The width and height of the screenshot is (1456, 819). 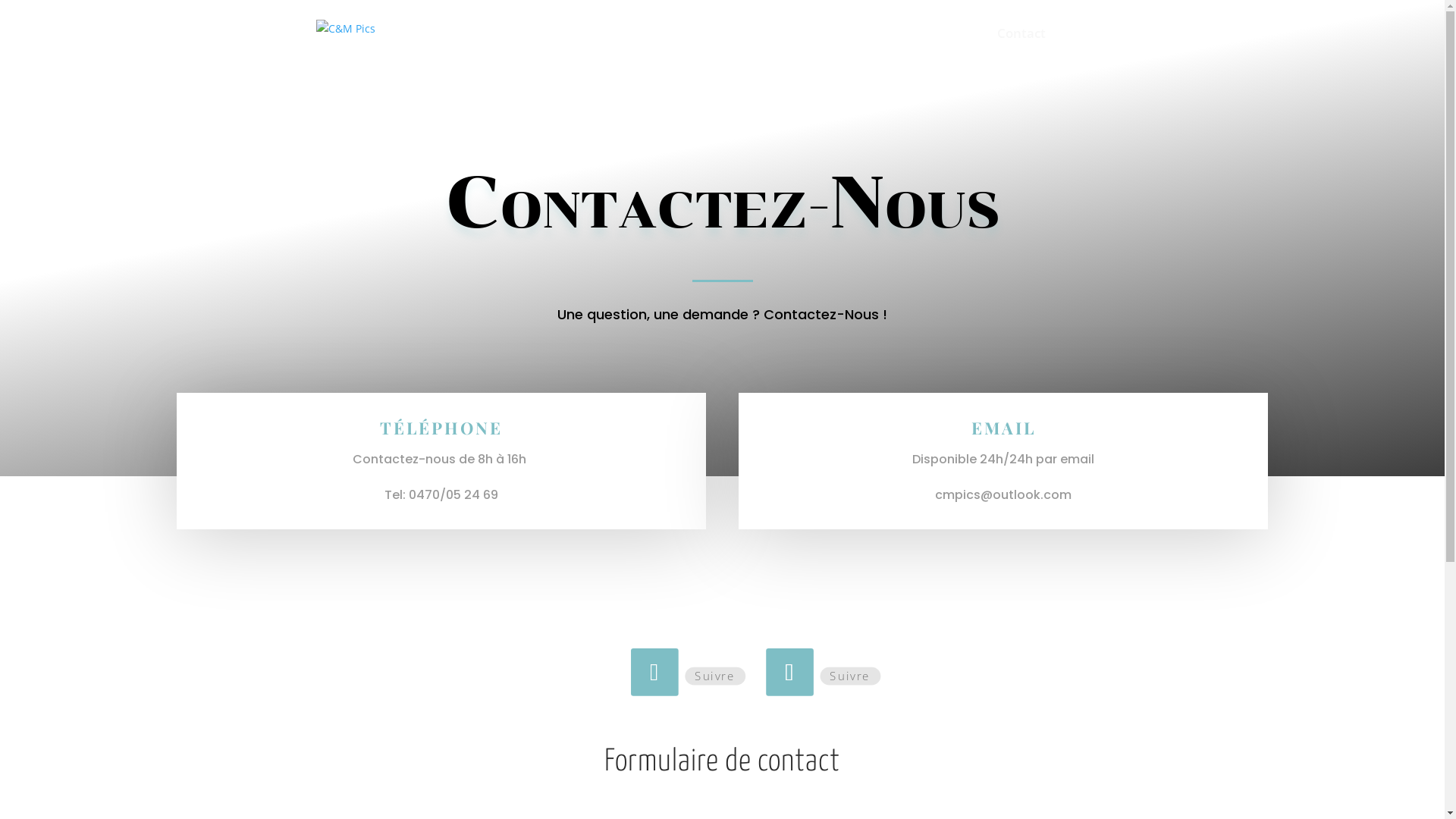 I want to click on 'Suivre', so click(x=846, y=675).